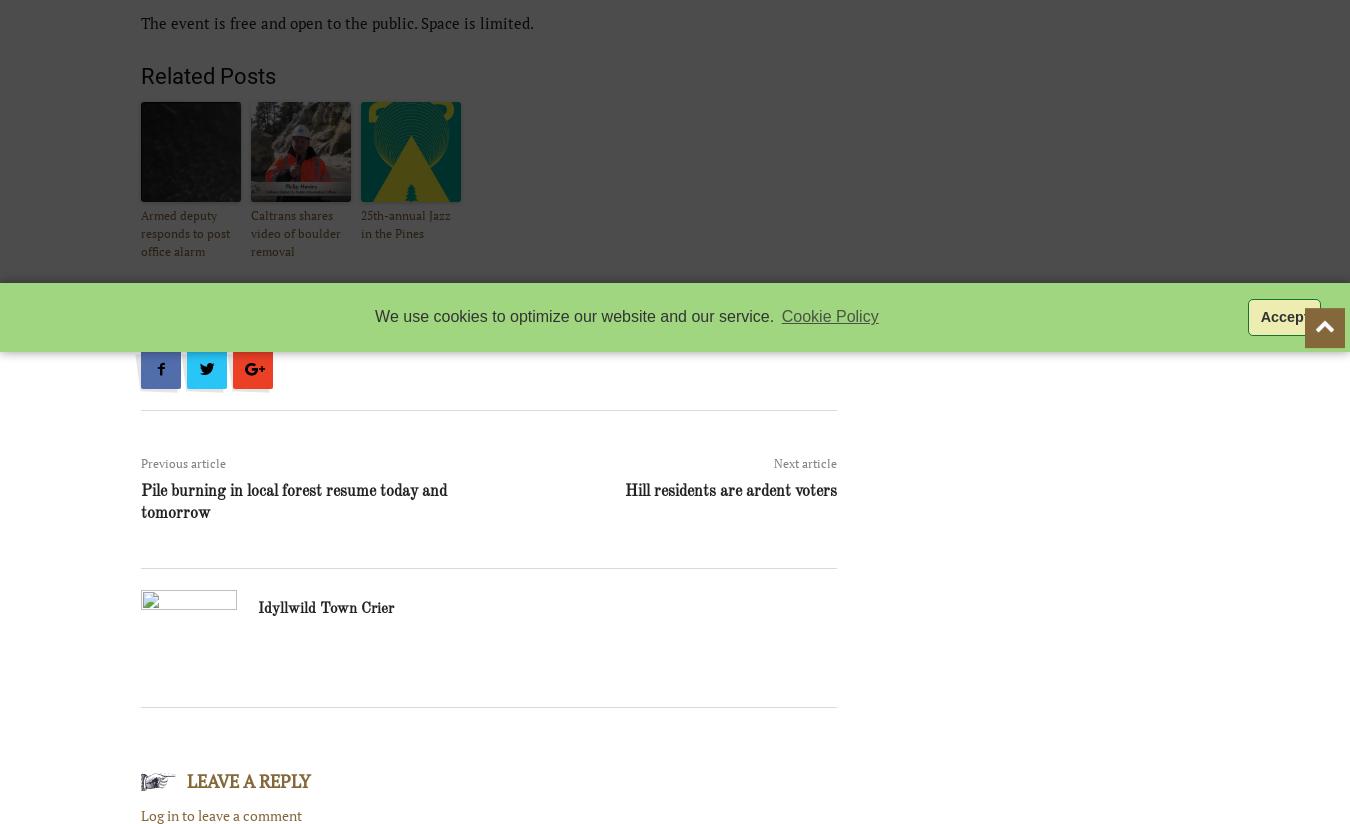 Image resolution: width=1350 pixels, height=824 pixels. I want to click on 'Idyllwild Town Crier', so click(256, 609).